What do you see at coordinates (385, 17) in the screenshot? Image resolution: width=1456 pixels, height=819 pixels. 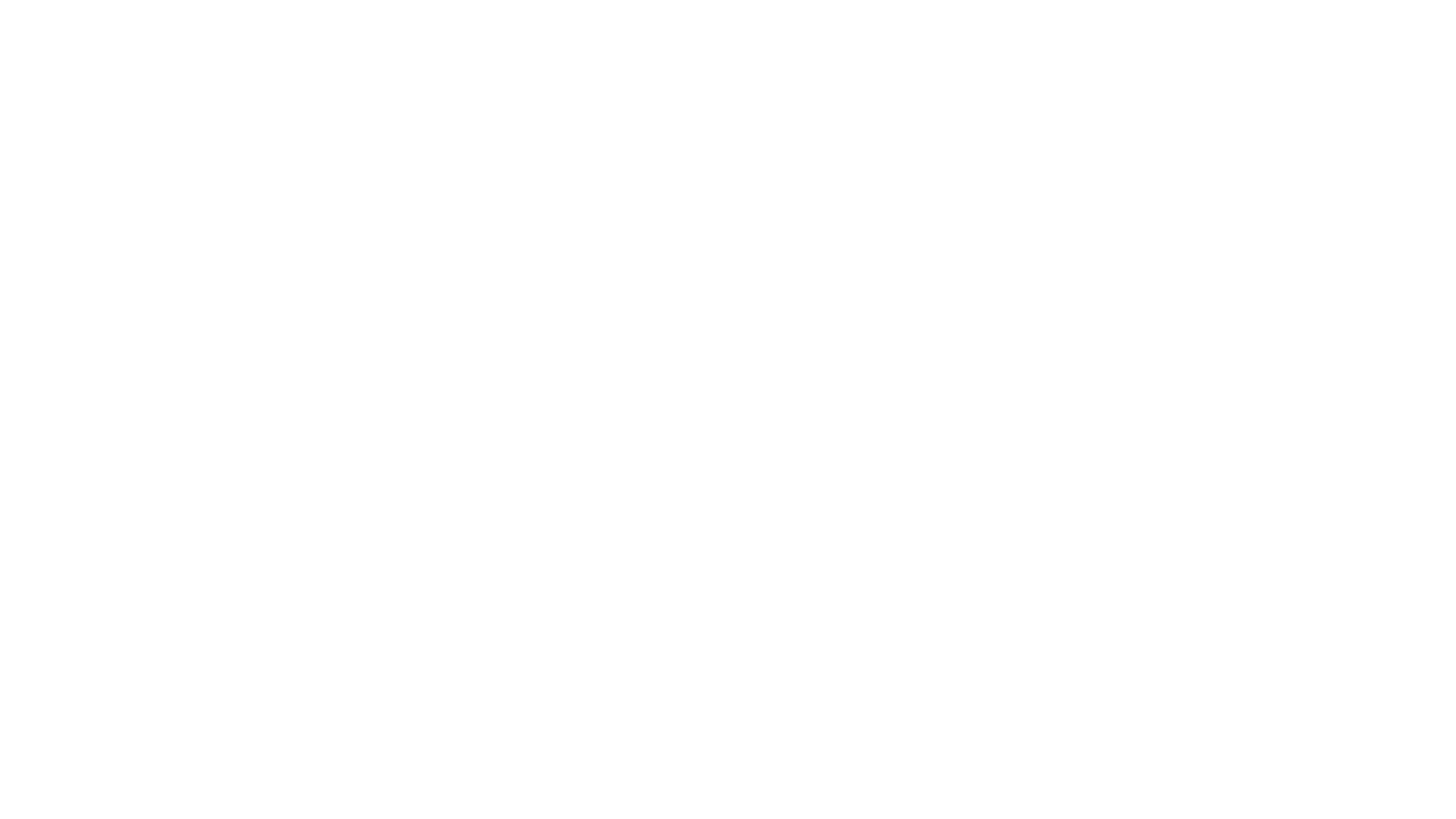 I see `Global Team Considerations` at bounding box center [385, 17].